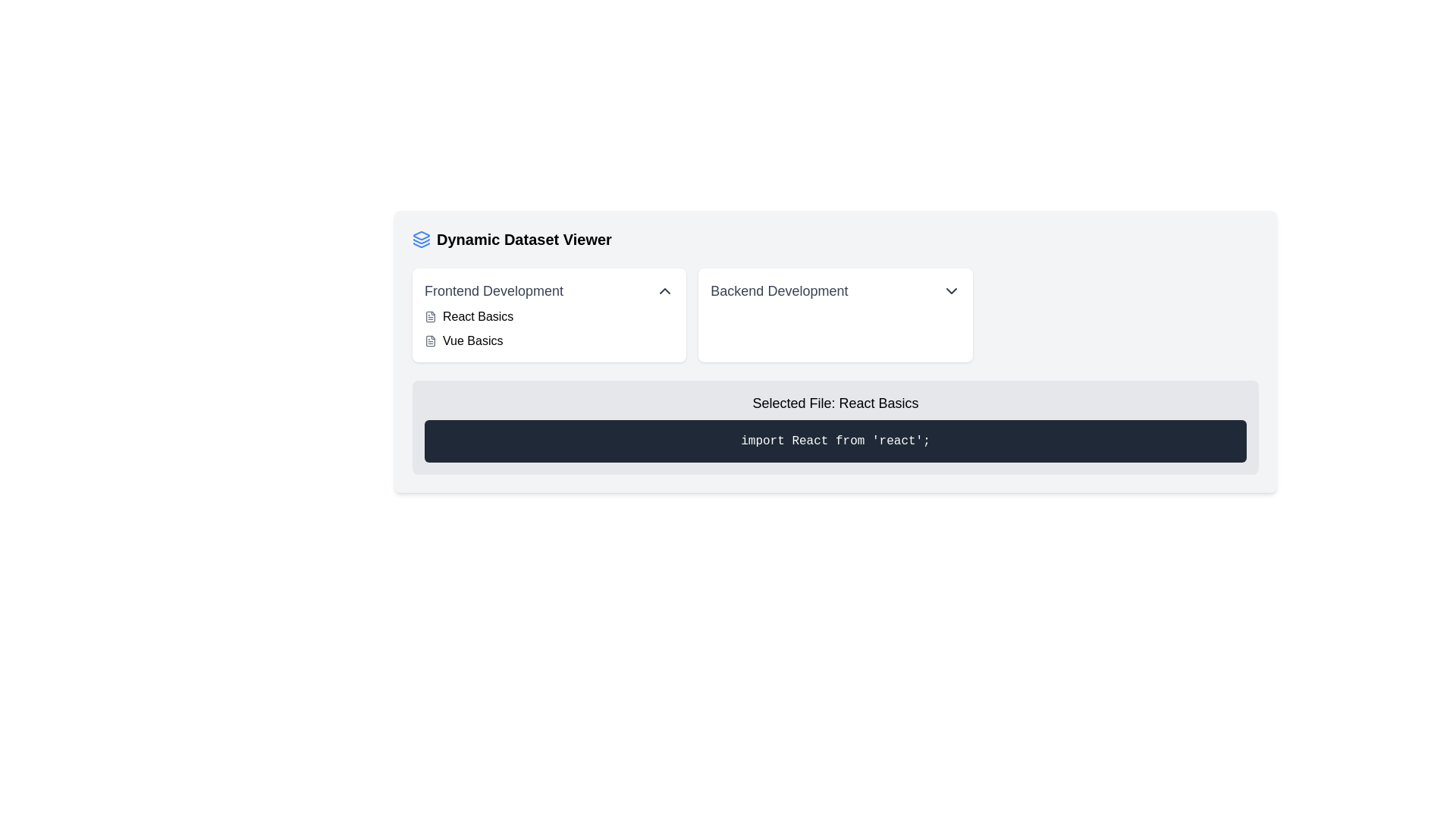 This screenshot has height=819, width=1456. Describe the element at coordinates (835, 315) in the screenshot. I see `the 'Backend Development' dropdown menu` at that location.